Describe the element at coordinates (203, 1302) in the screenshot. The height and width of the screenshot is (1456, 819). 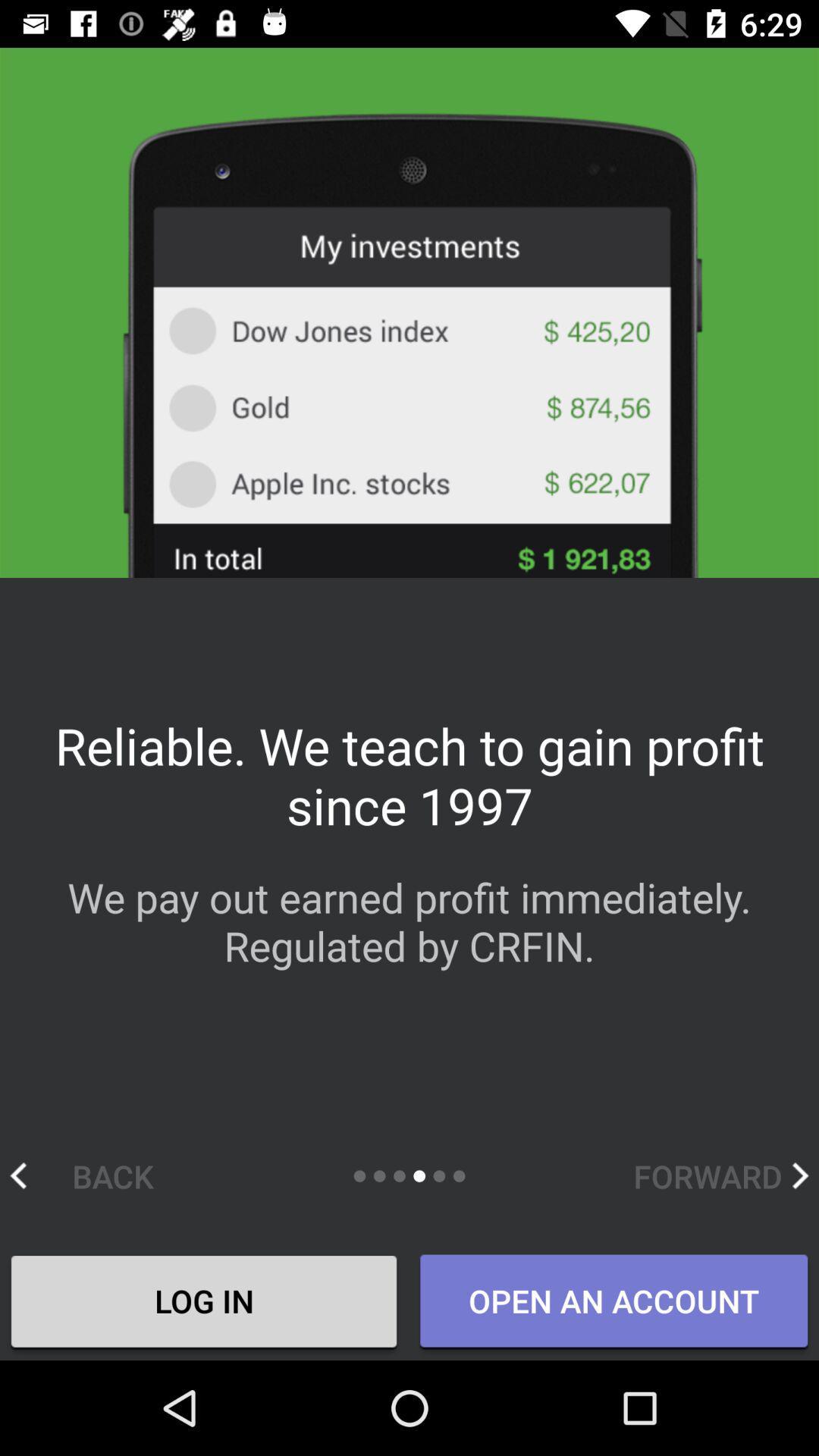
I see `the icon next to the open an account` at that location.